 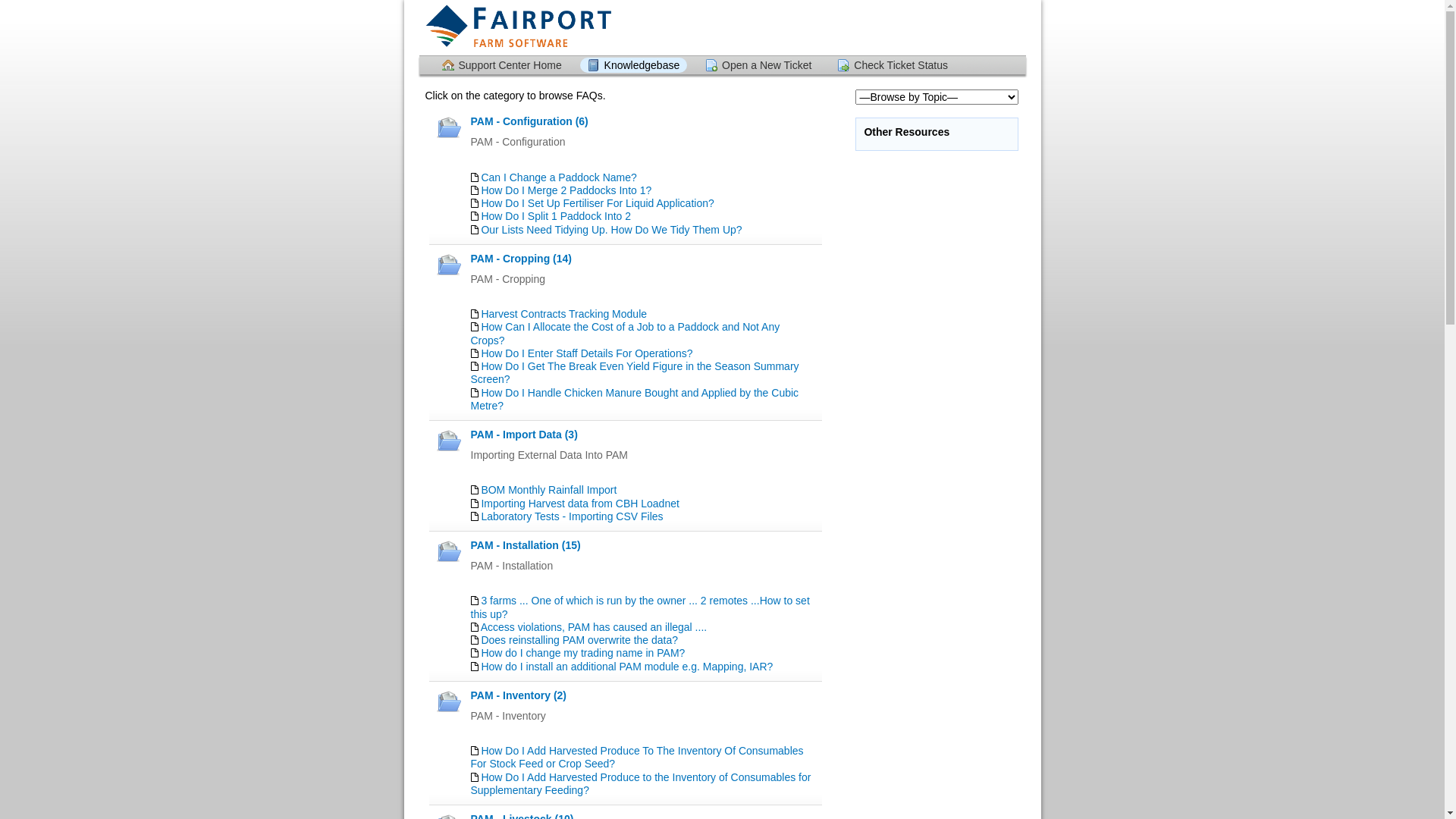 What do you see at coordinates (479, 666) in the screenshot?
I see `'How do I install an additional PAM module e.g. Mapping, IAR?'` at bounding box center [479, 666].